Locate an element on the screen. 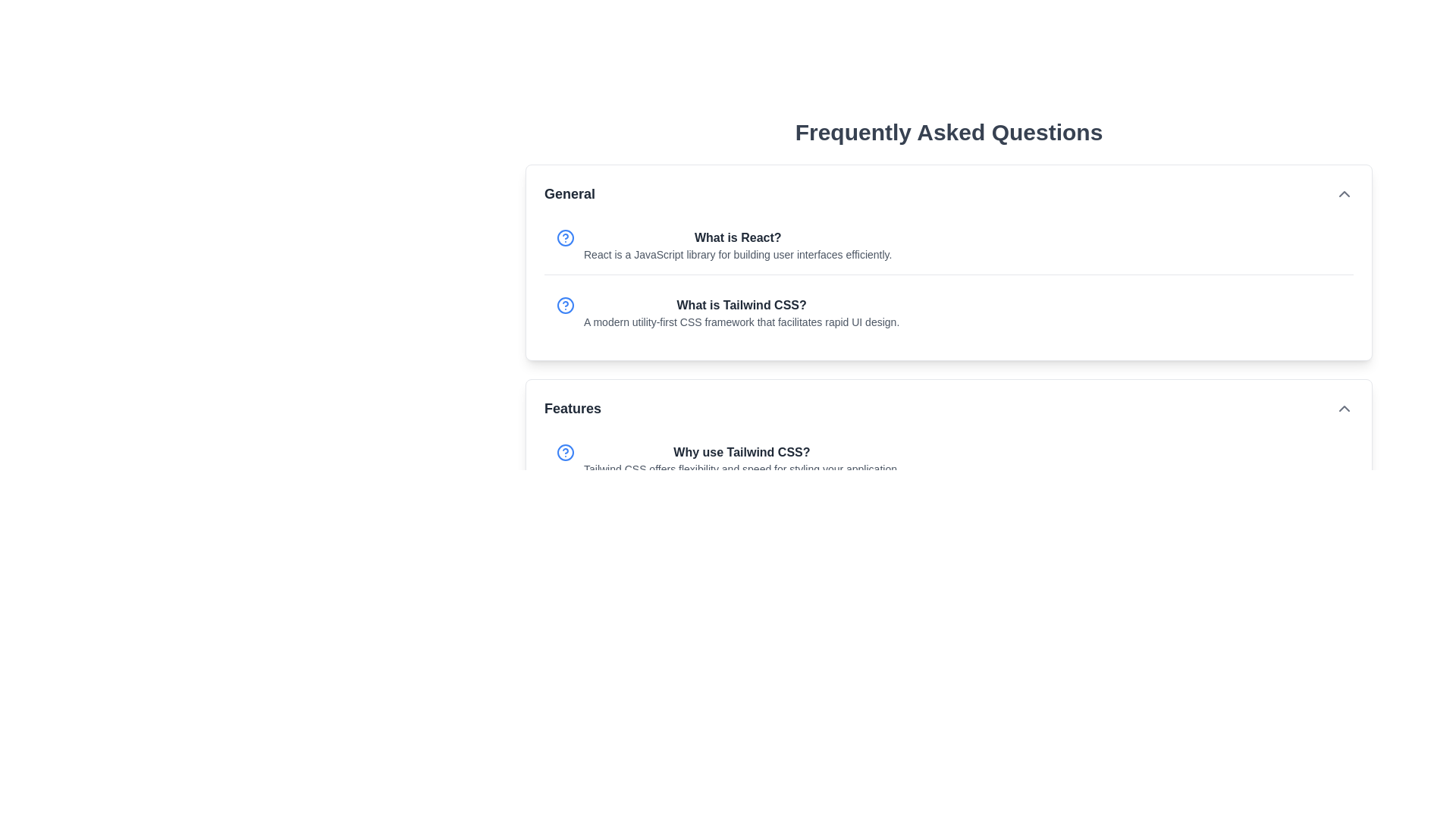 The image size is (1456, 819). text element displaying 'A modern utility-first CSS framework that facilitates rapid UI design.' located under the header 'What is Tailwind CSS?' in the General FAQ section is located at coordinates (742, 321).